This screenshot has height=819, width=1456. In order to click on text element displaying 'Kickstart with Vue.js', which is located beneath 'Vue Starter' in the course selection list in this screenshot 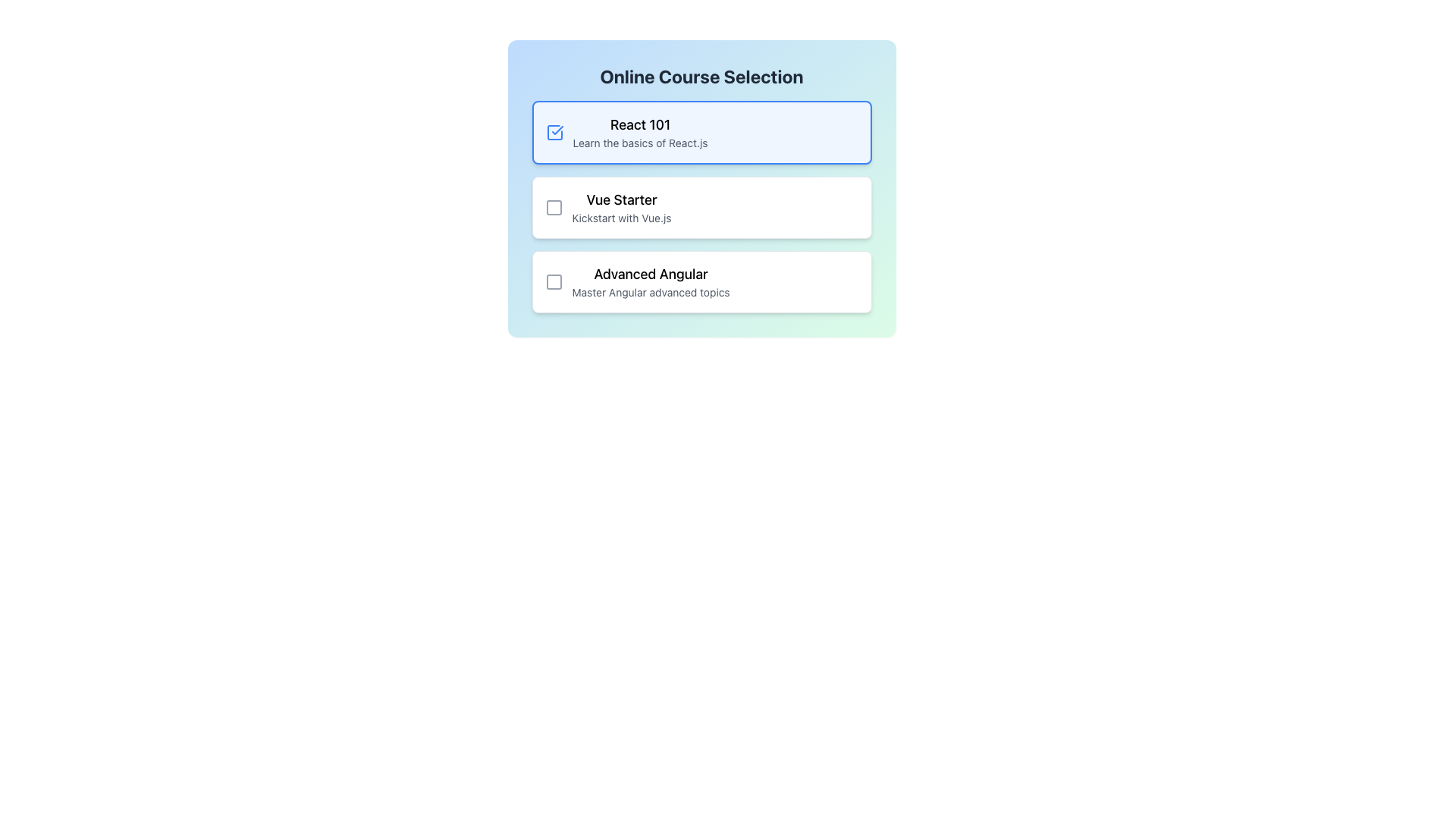, I will do `click(622, 218)`.